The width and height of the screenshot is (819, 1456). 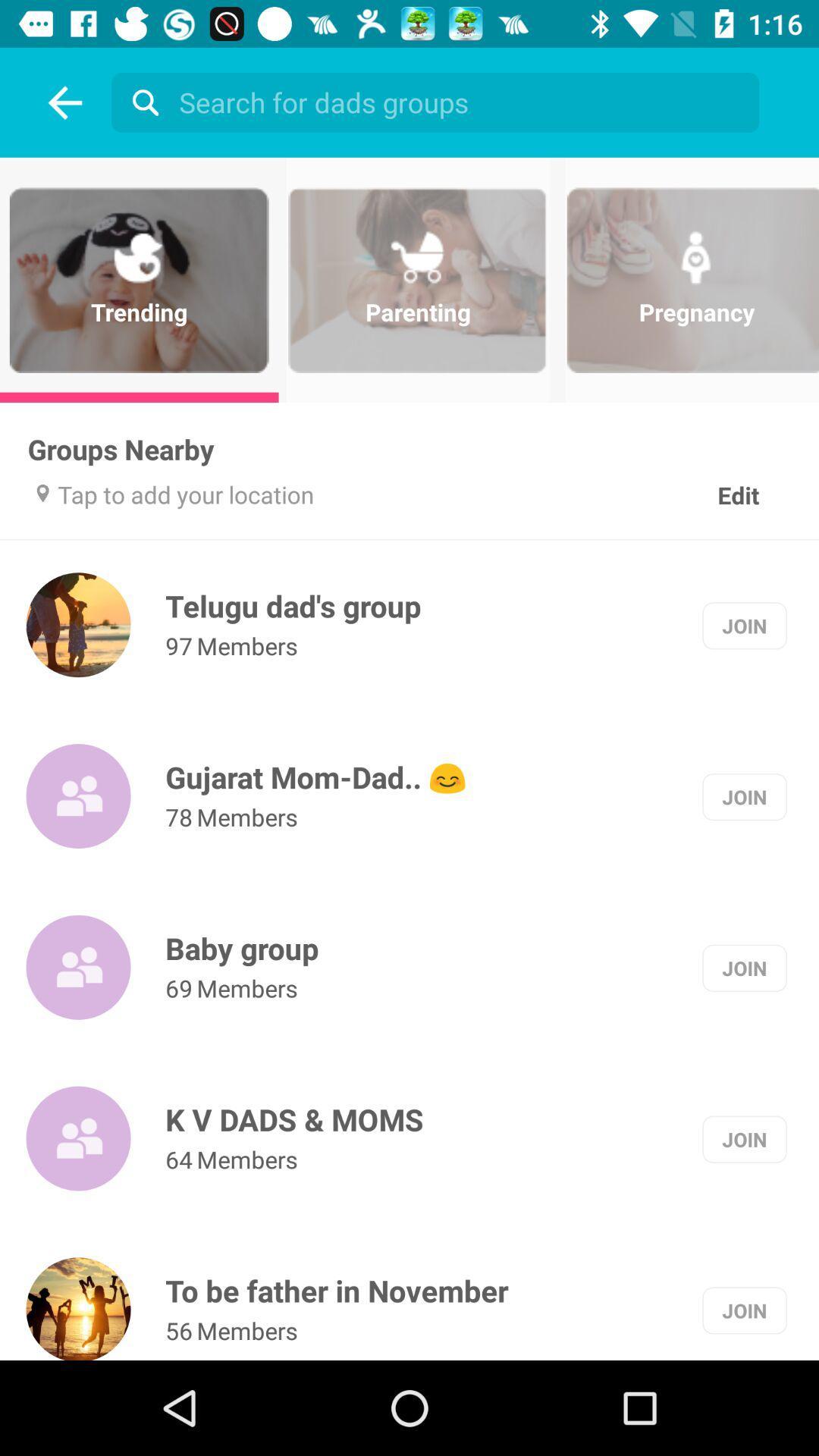 I want to click on the item next to members, so click(x=178, y=1329).